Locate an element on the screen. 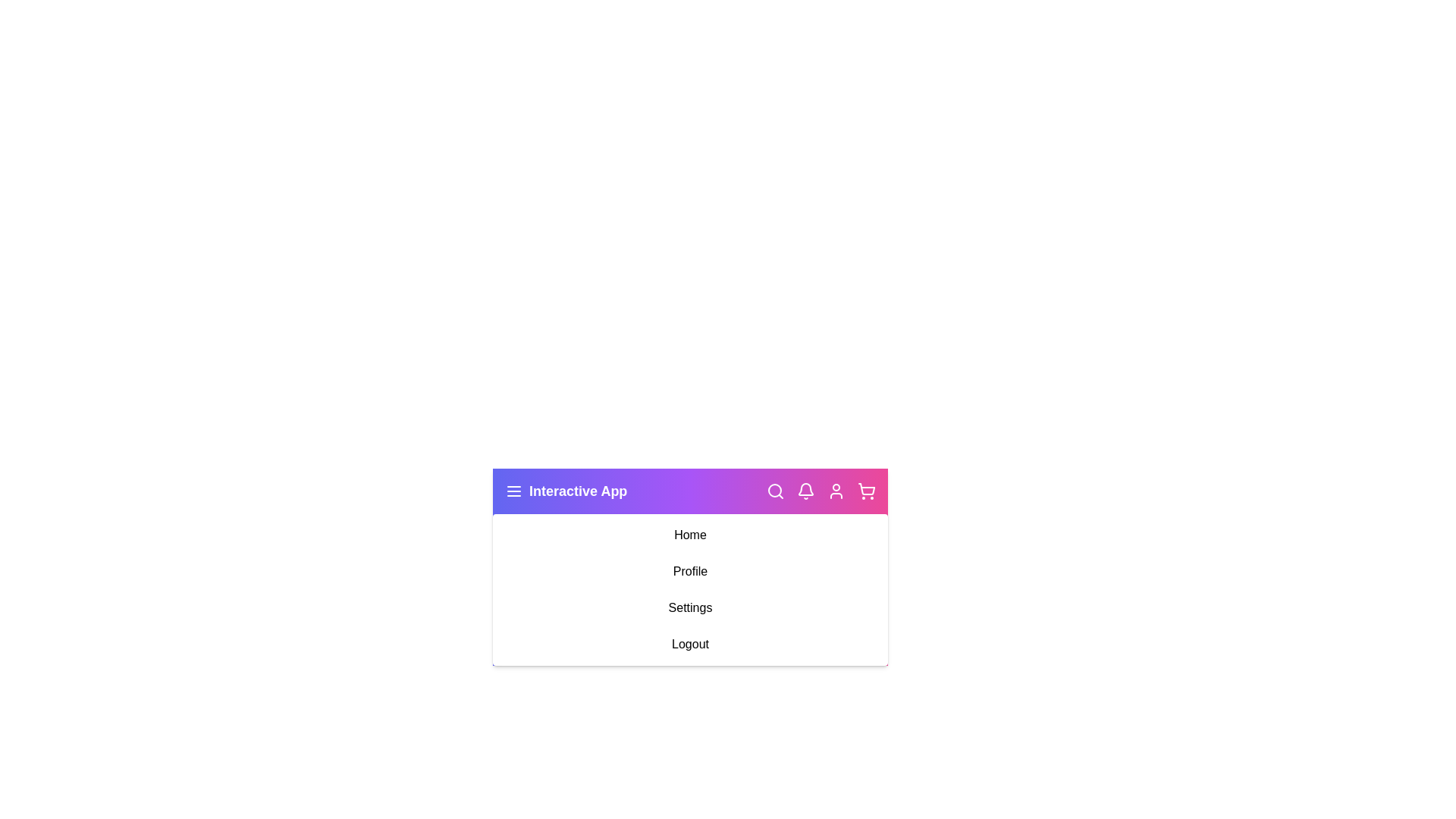  the shopping cart icon to view the cart contents is located at coordinates (866, 491).